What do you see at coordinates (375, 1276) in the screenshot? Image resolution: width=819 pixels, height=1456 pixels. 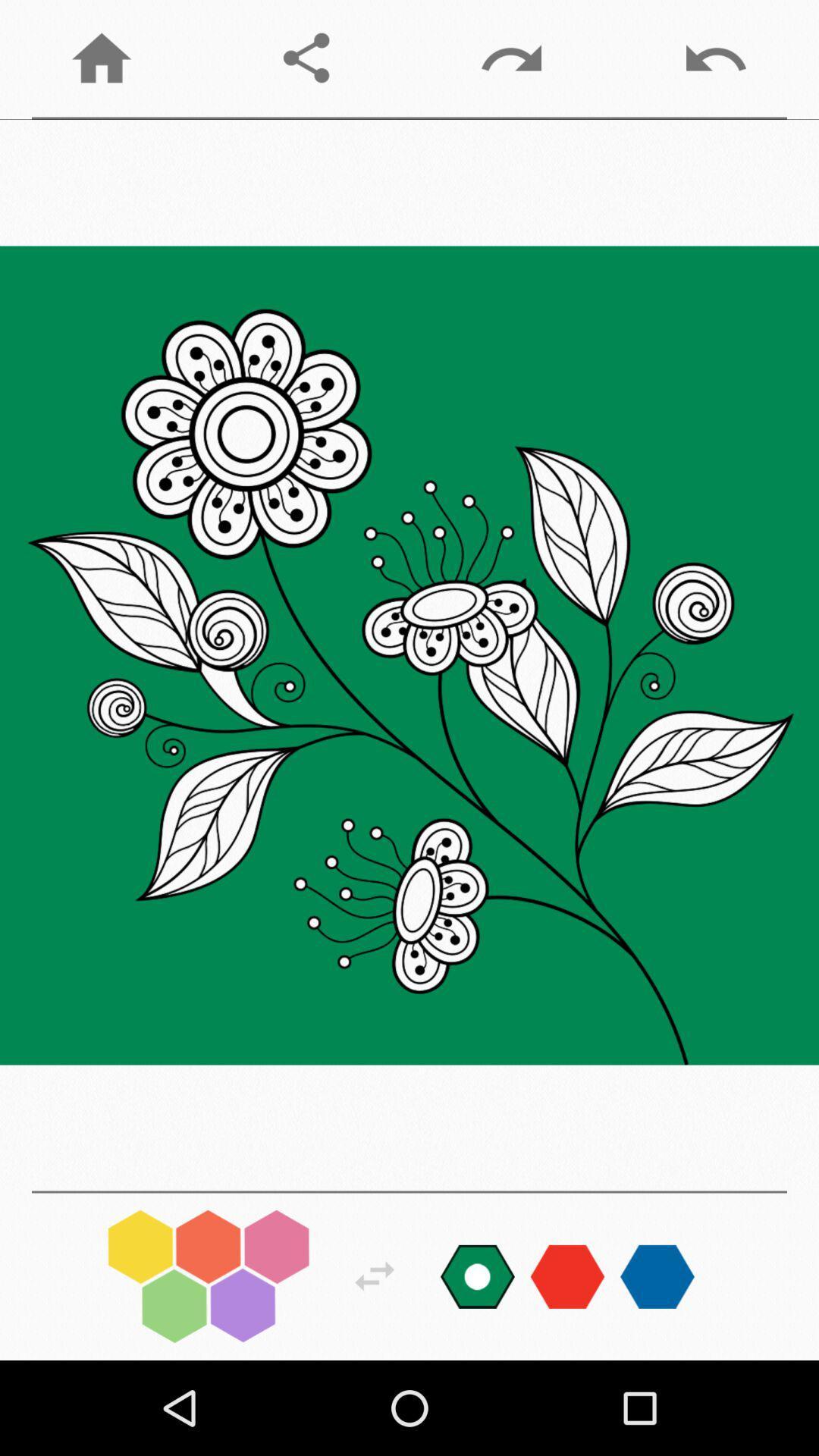 I see `review` at bounding box center [375, 1276].